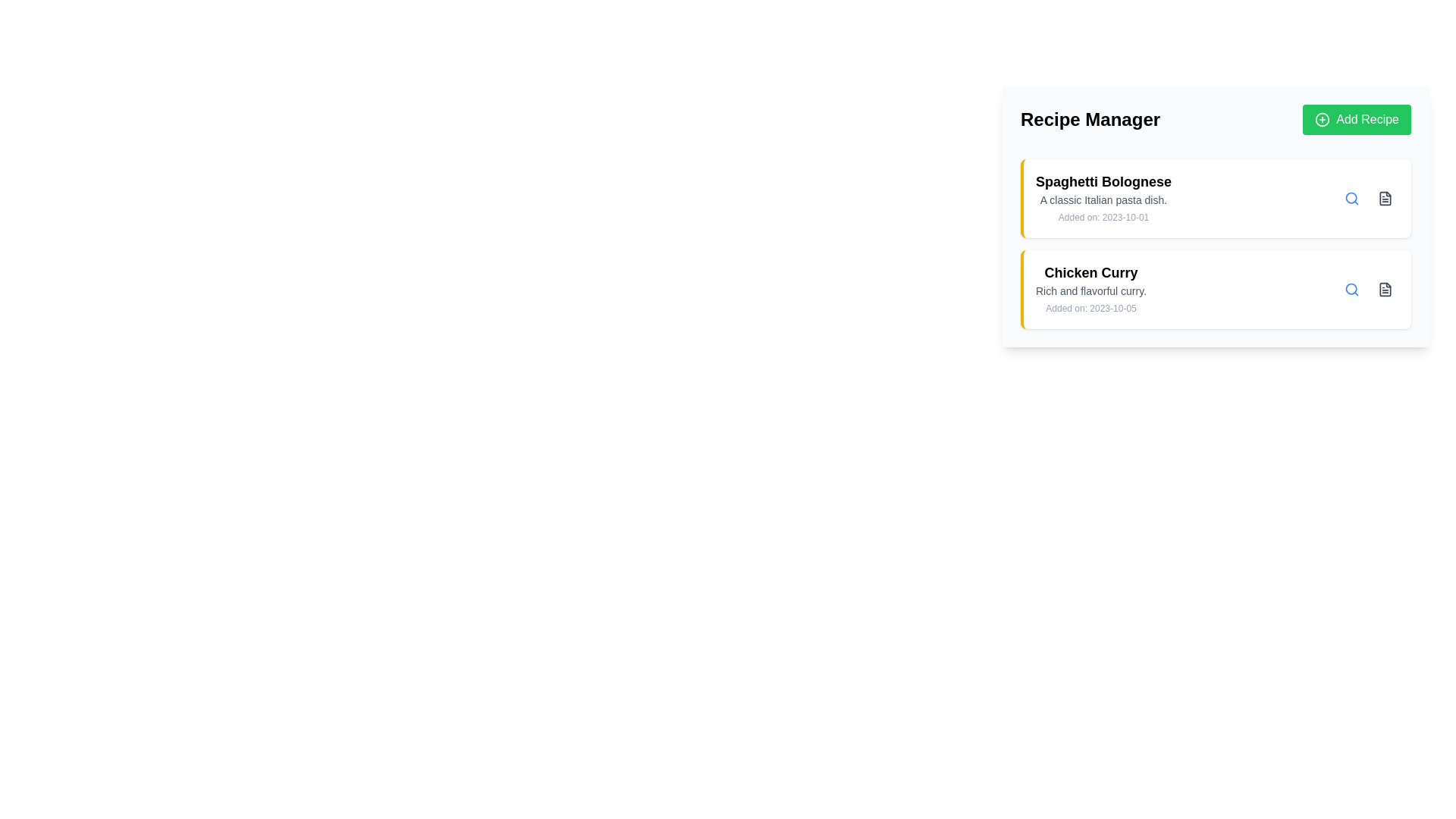 This screenshot has height=819, width=1456. What do you see at coordinates (1090, 119) in the screenshot?
I see `the prominent header text label displaying 'Recipe Manager', which is located to the left of the green 'Add Recipe' button` at bounding box center [1090, 119].